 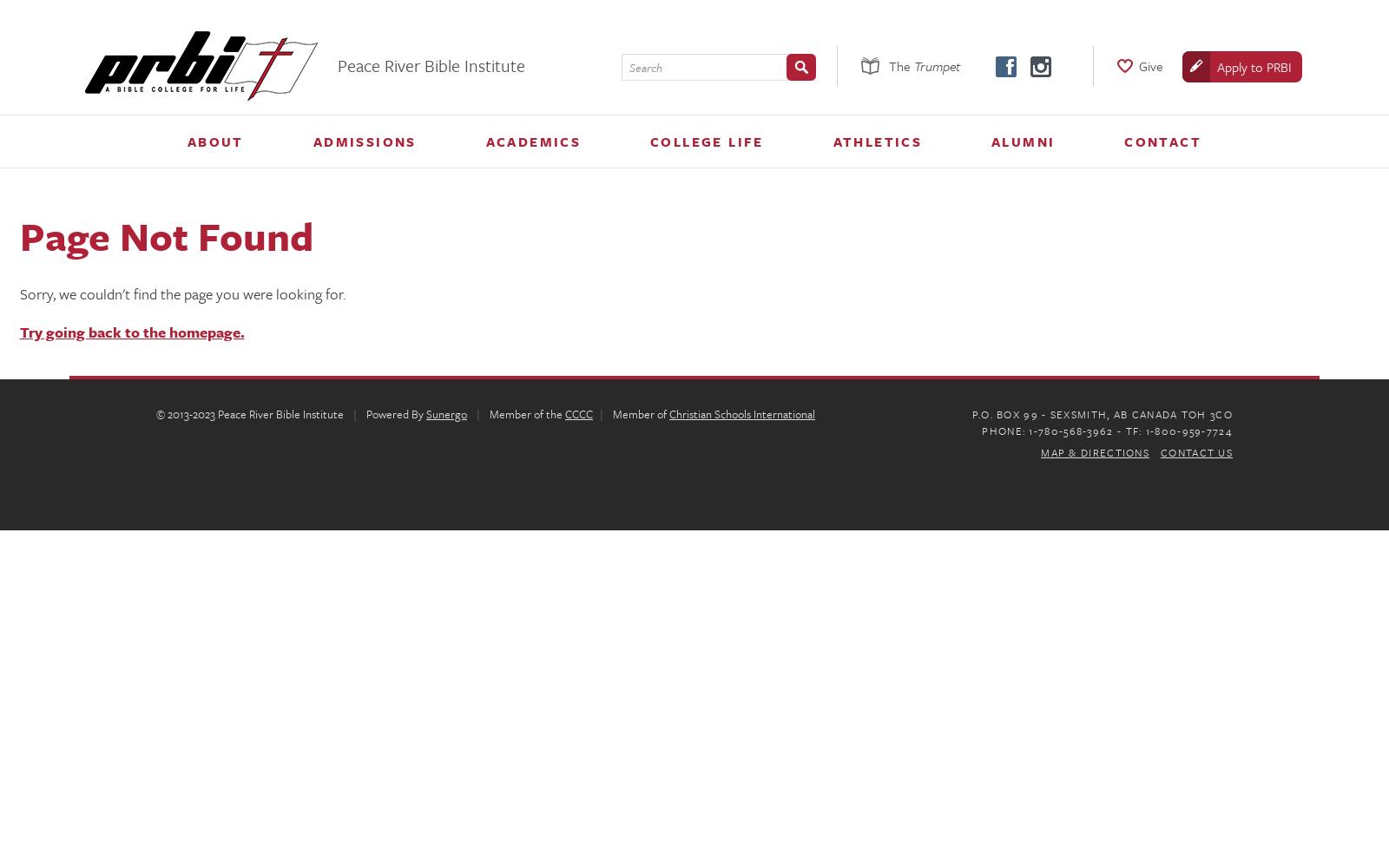 What do you see at coordinates (181, 293) in the screenshot?
I see `'Sorry, we couldn't find the page you were looking for.'` at bounding box center [181, 293].